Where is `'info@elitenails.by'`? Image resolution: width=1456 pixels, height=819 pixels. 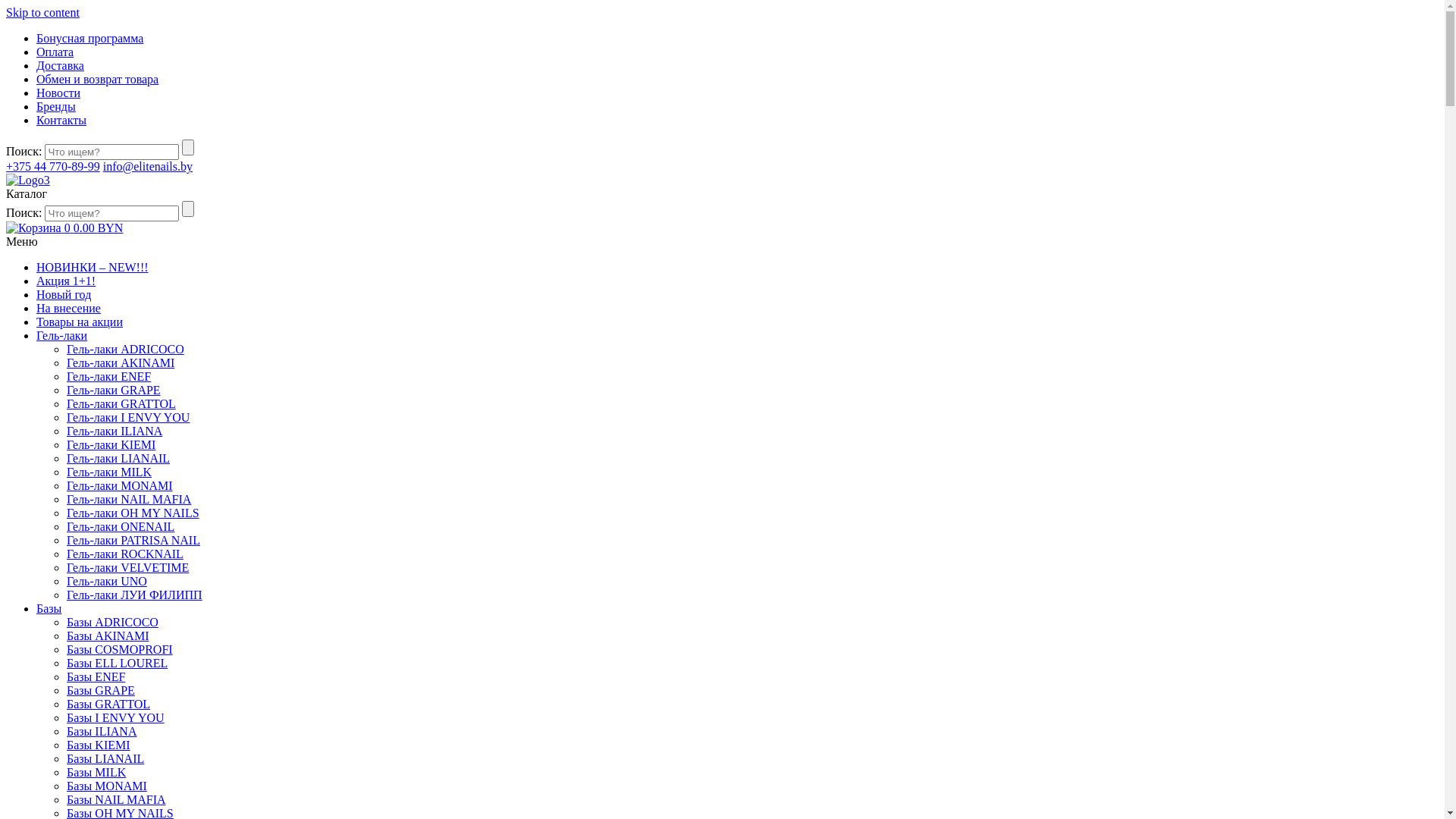
'info@elitenails.by' is located at coordinates (148, 166).